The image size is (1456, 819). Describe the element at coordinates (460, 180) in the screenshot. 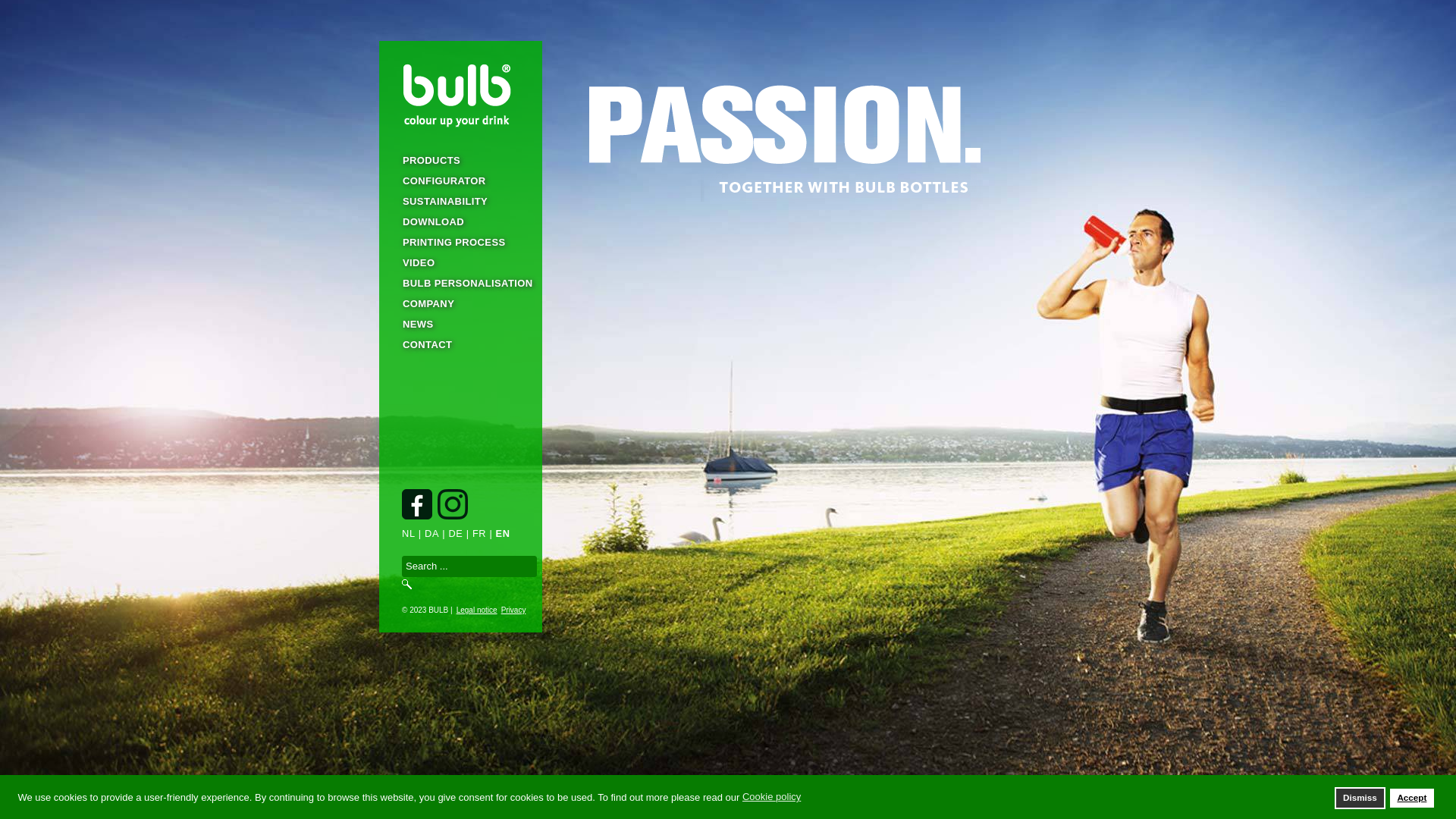

I see `'CONFIGURATOR'` at that location.